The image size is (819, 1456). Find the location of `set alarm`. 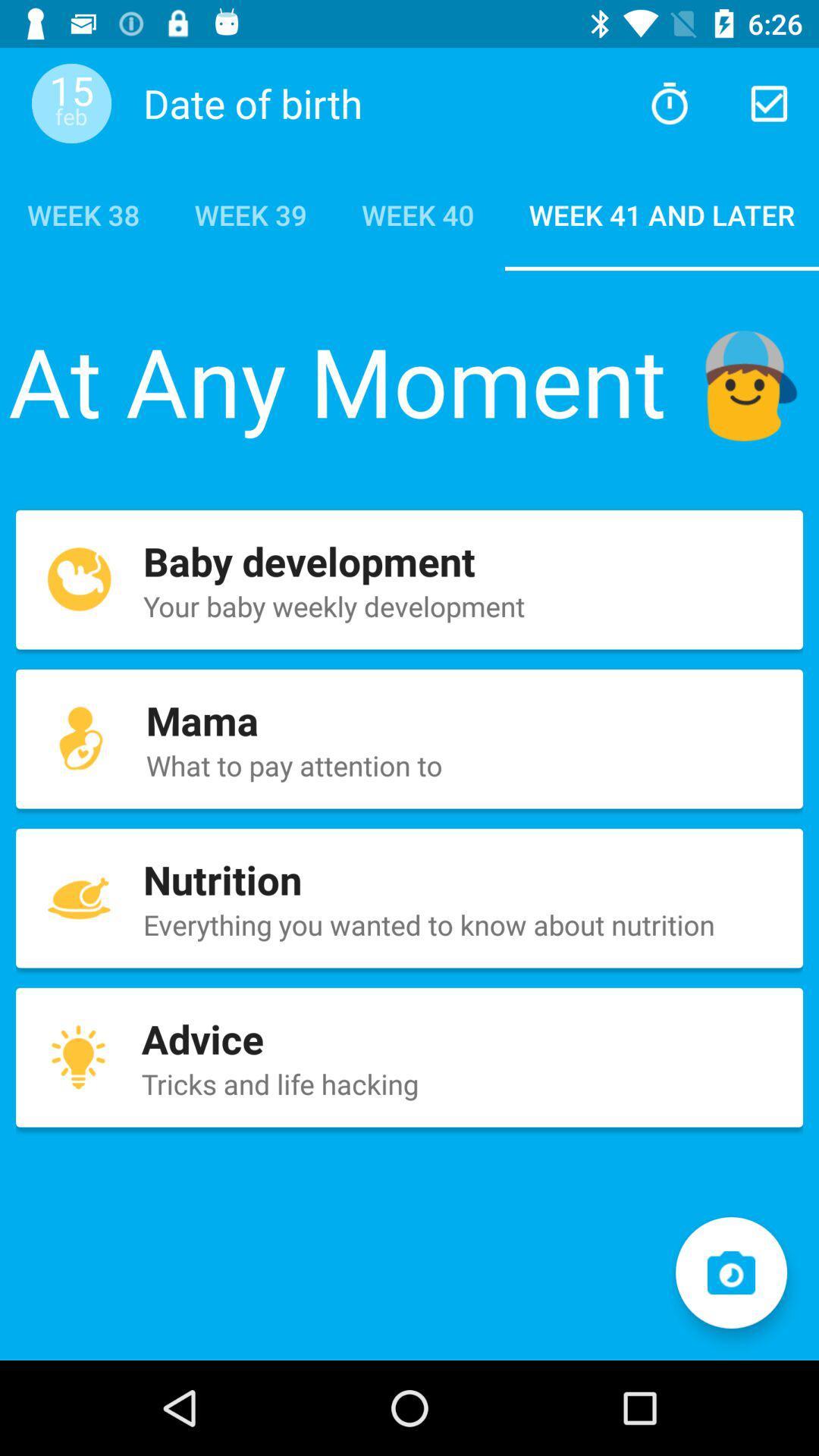

set alarm is located at coordinates (669, 102).